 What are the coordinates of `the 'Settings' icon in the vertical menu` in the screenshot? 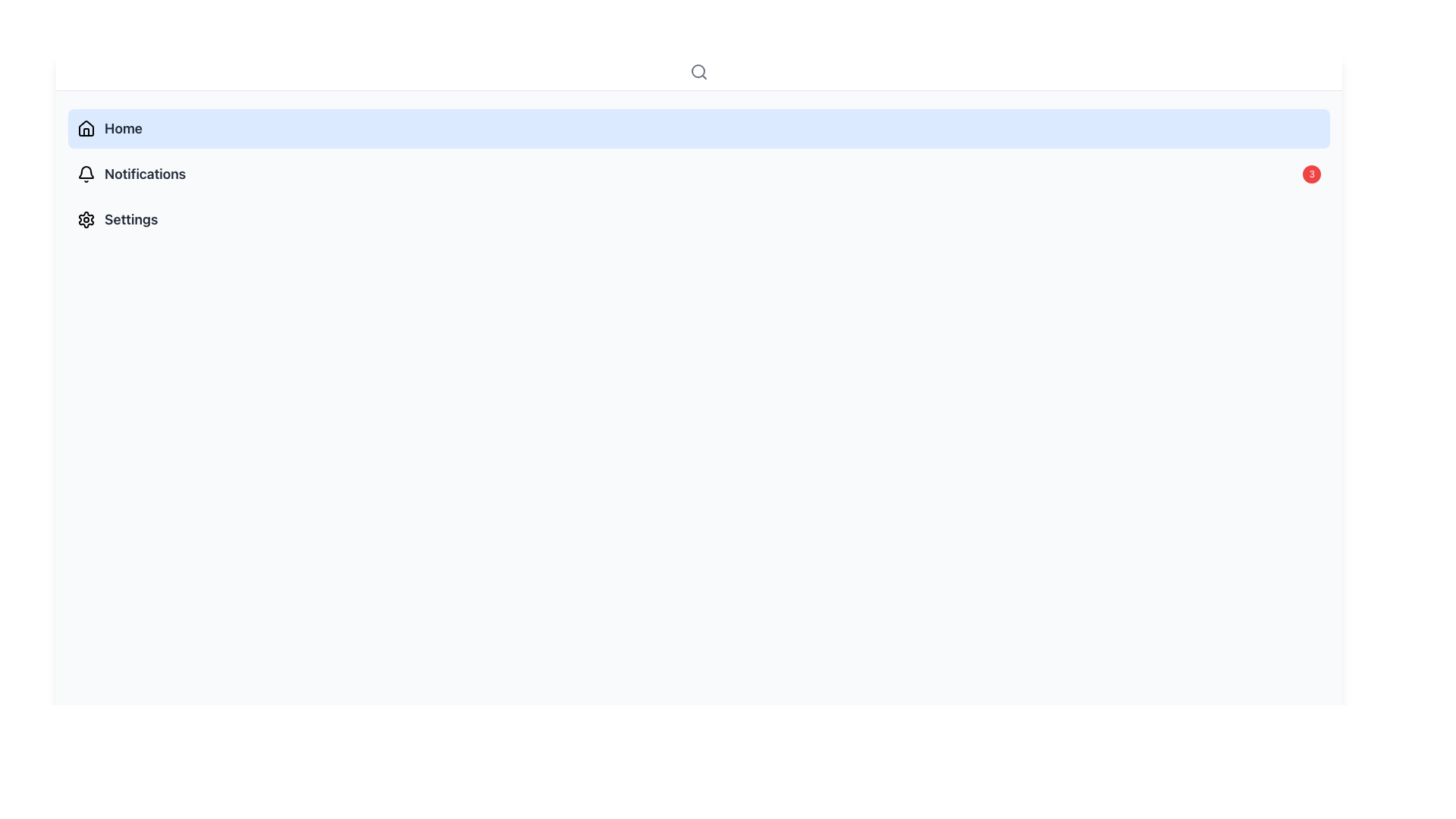 It's located at (86, 219).